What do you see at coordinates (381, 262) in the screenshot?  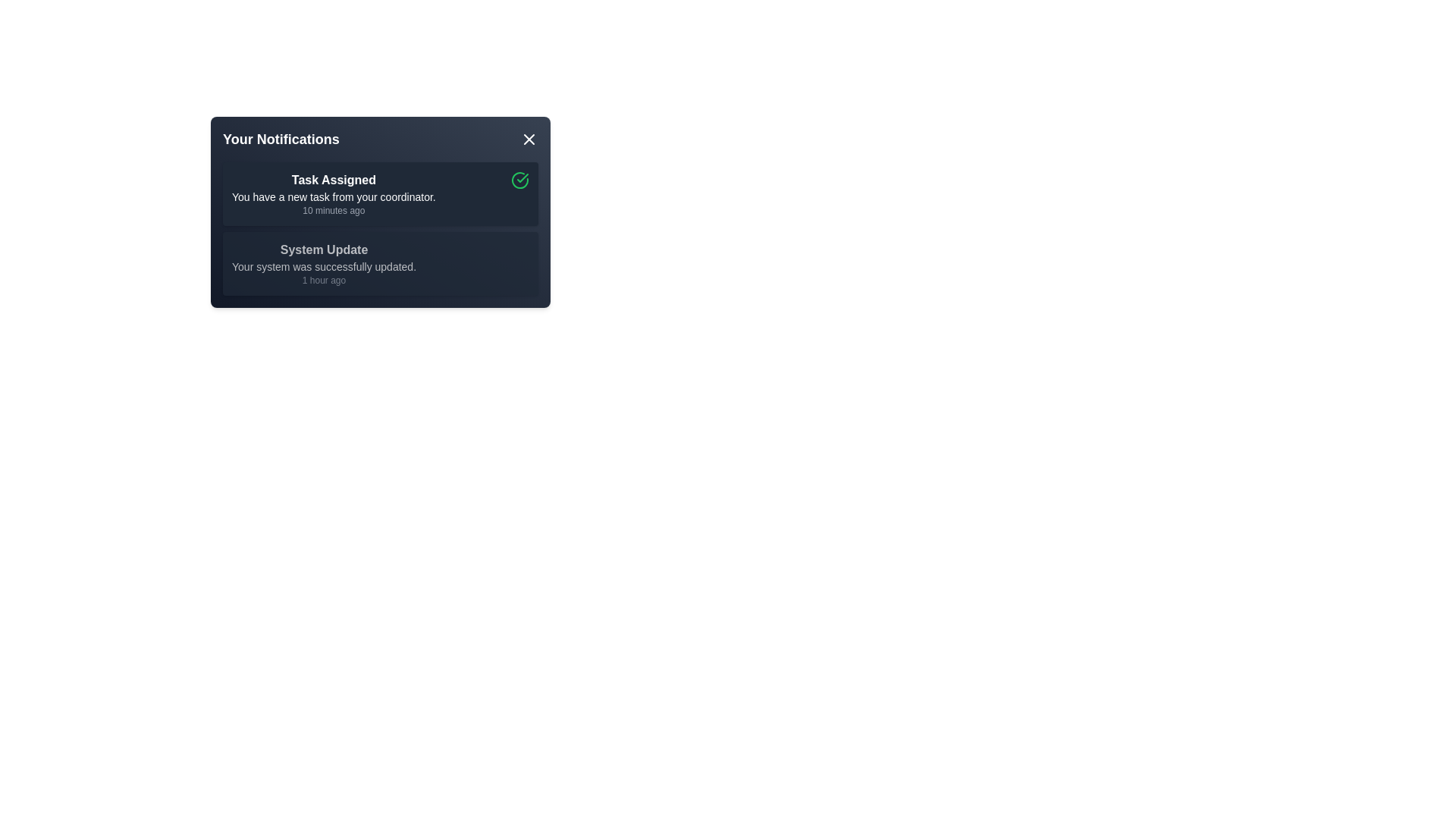 I see `details of the notification titled 'System Update' which contains a message about a successful system update` at bounding box center [381, 262].